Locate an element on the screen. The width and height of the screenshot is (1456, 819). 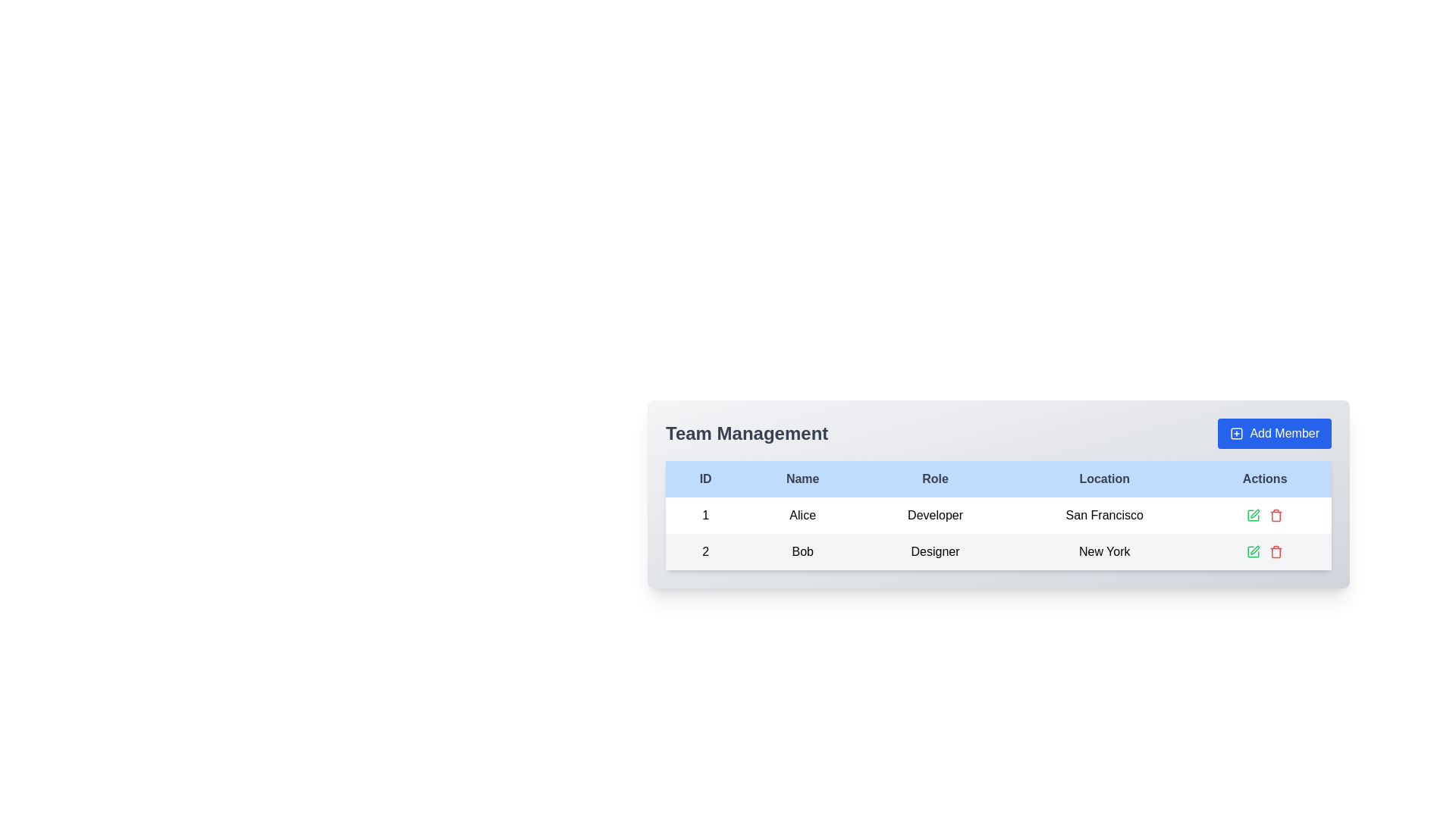
the static text label serving as the table column header for identification numbers in the 'Team Management' section is located at coordinates (704, 479).